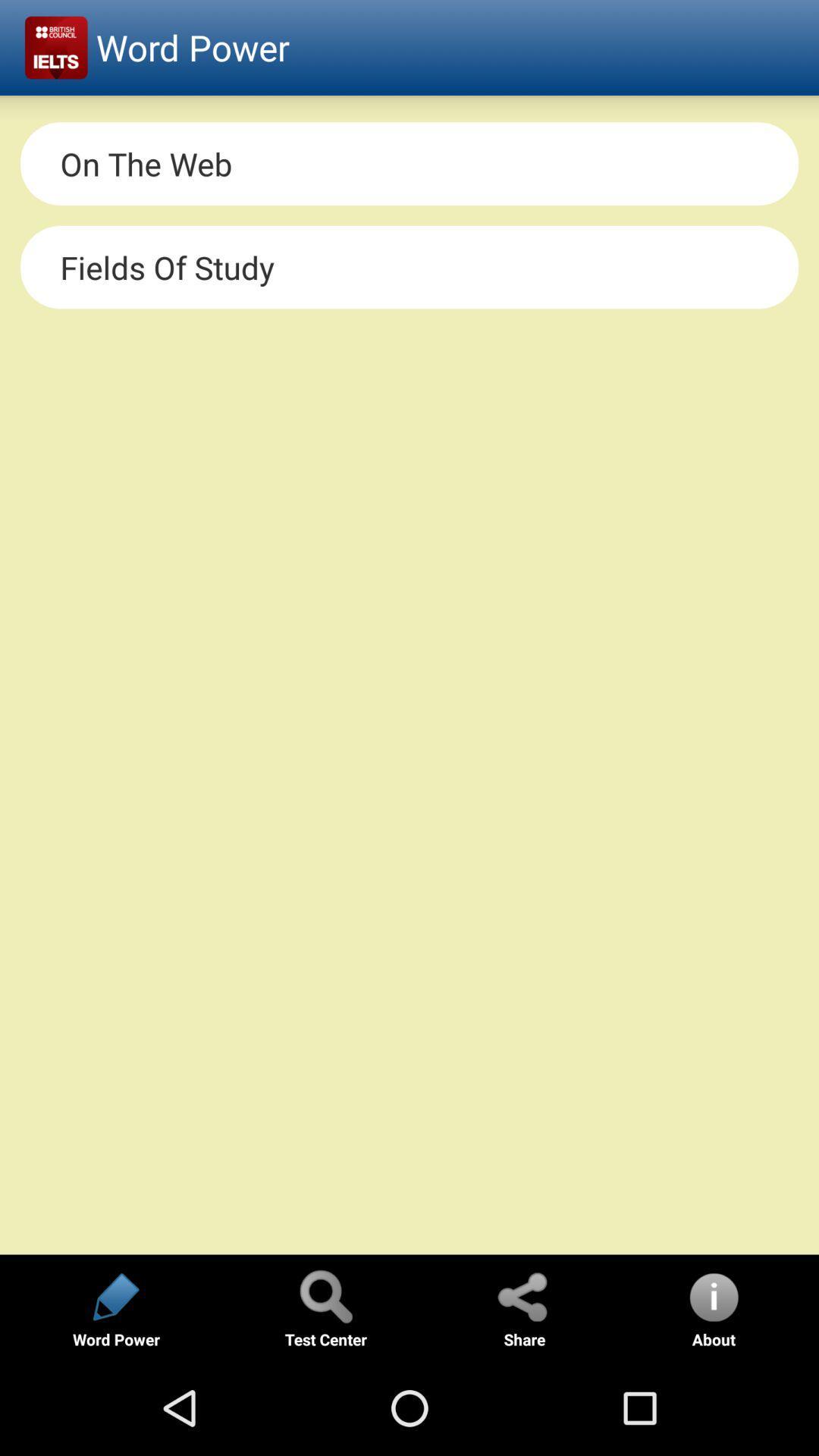 The height and width of the screenshot is (1456, 819). What do you see at coordinates (325, 1295) in the screenshot?
I see `find test center` at bounding box center [325, 1295].